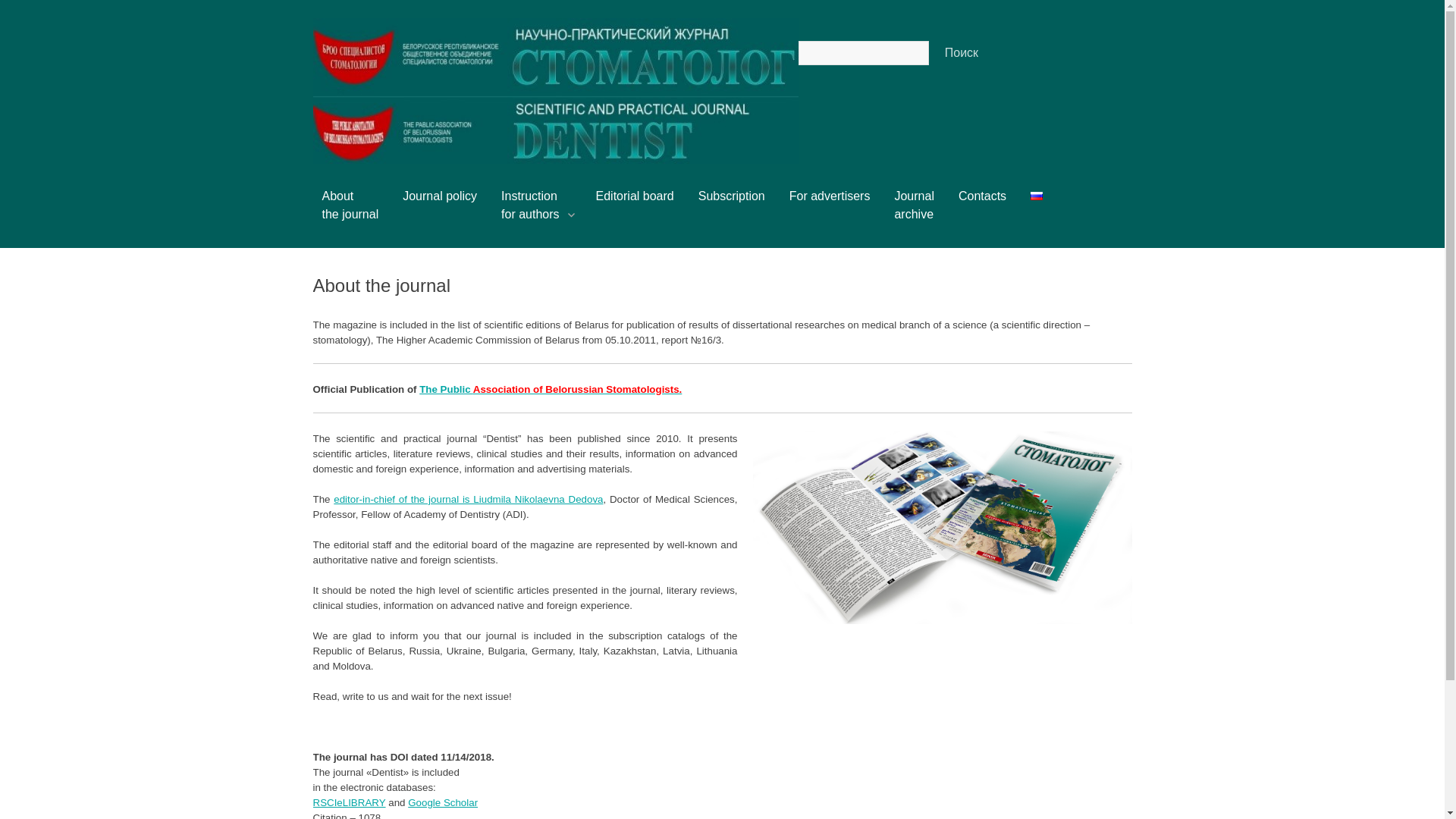  What do you see at coordinates (789, 201) in the screenshot?
I see `'For advertisers'` at bounding box center [789, 201].